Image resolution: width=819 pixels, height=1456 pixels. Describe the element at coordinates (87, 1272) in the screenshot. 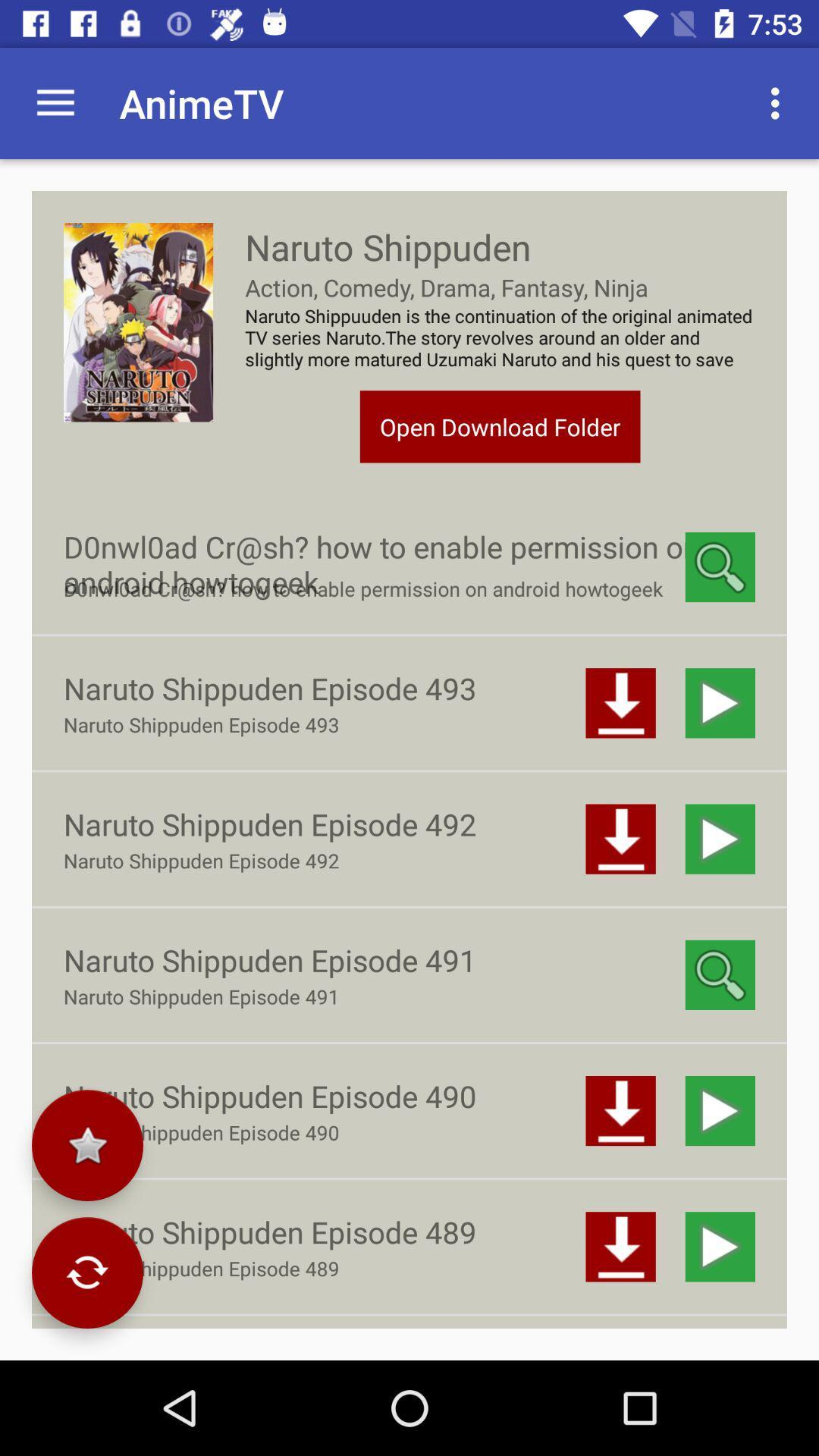

I see `the refresh icon` at that location.